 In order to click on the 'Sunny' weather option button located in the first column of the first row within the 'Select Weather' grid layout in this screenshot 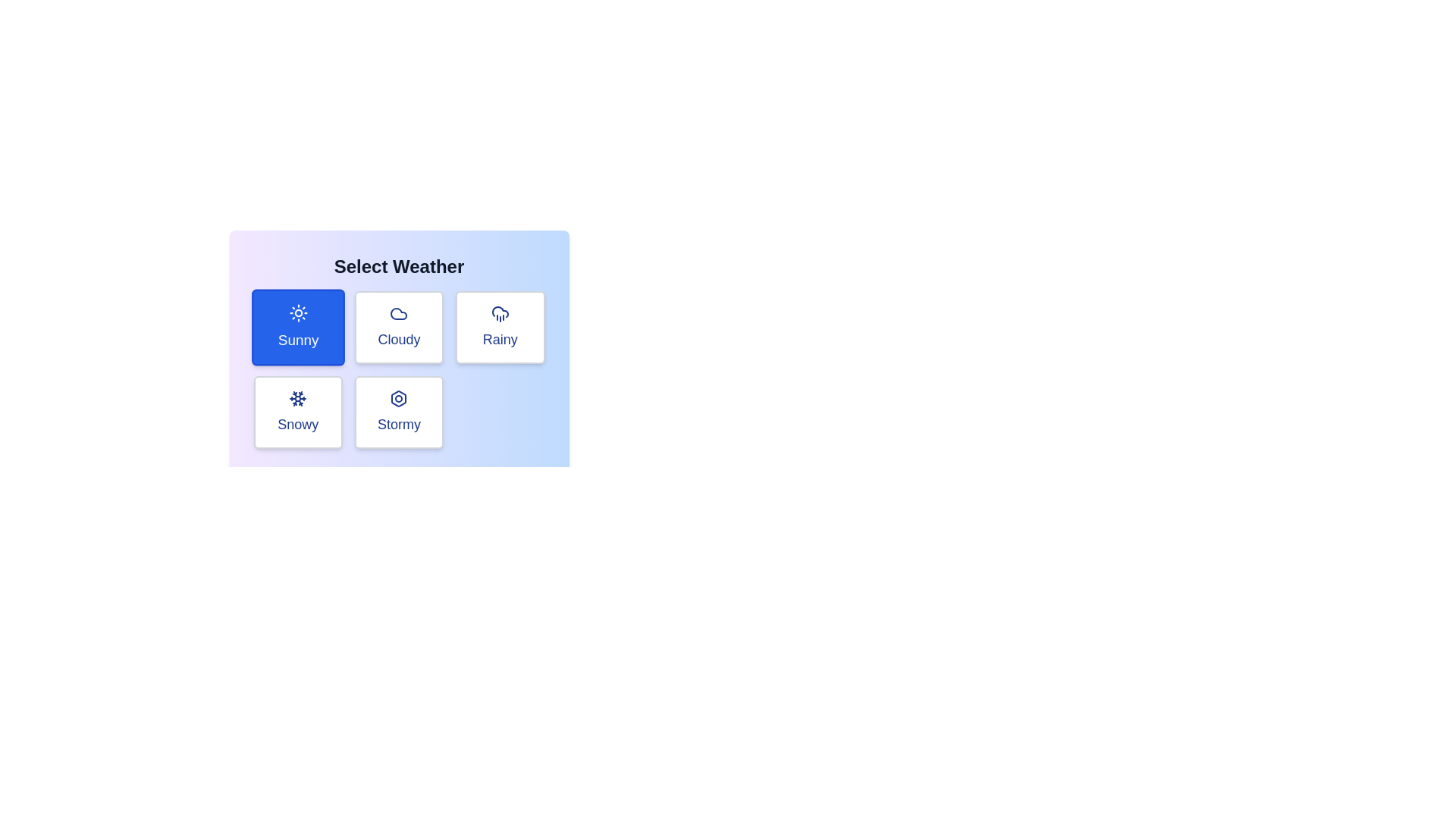, I will do `click(298, 327)`.